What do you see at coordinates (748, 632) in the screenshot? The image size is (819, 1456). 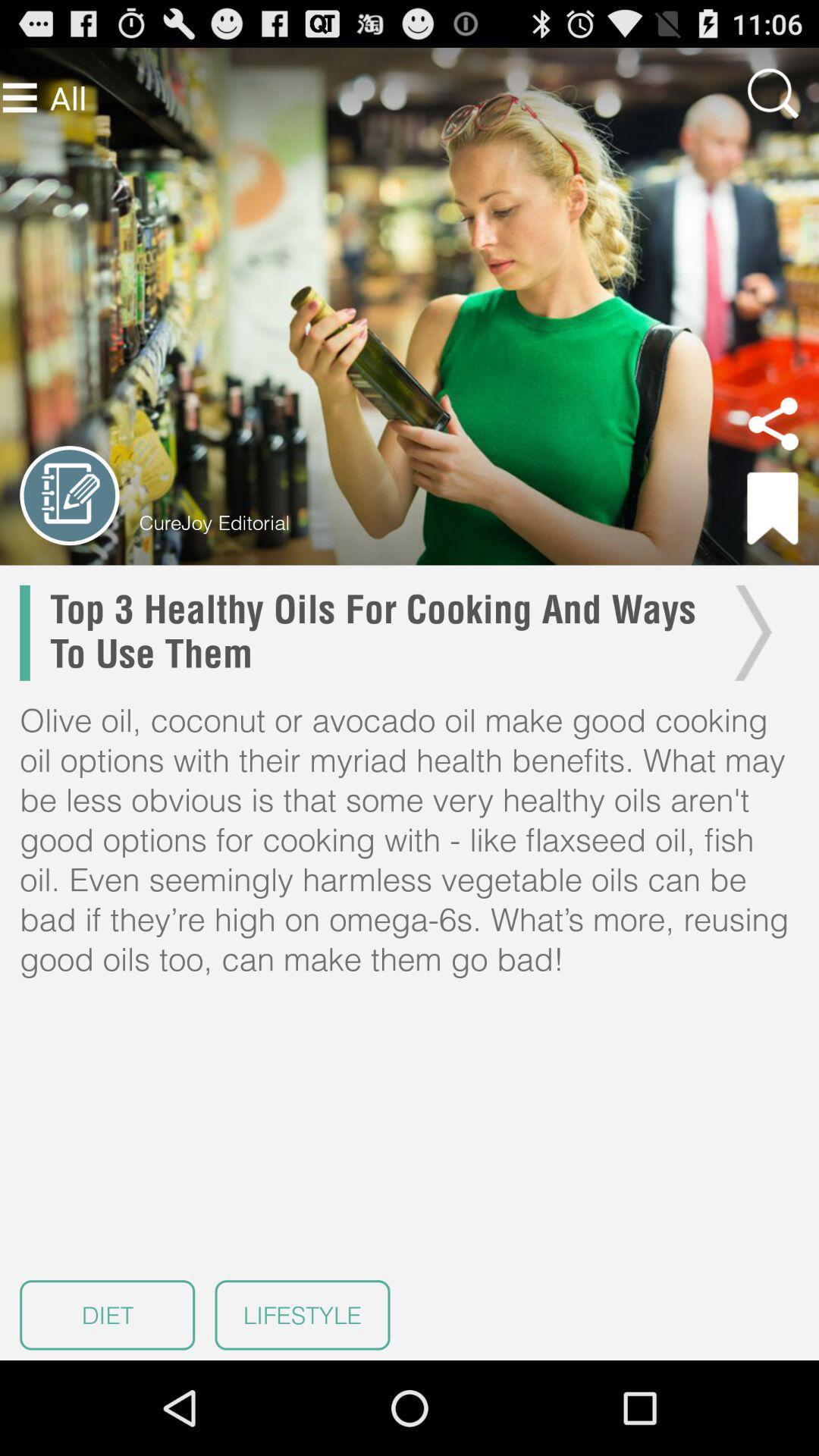 I see `next page` at bounding box center [748, 632].